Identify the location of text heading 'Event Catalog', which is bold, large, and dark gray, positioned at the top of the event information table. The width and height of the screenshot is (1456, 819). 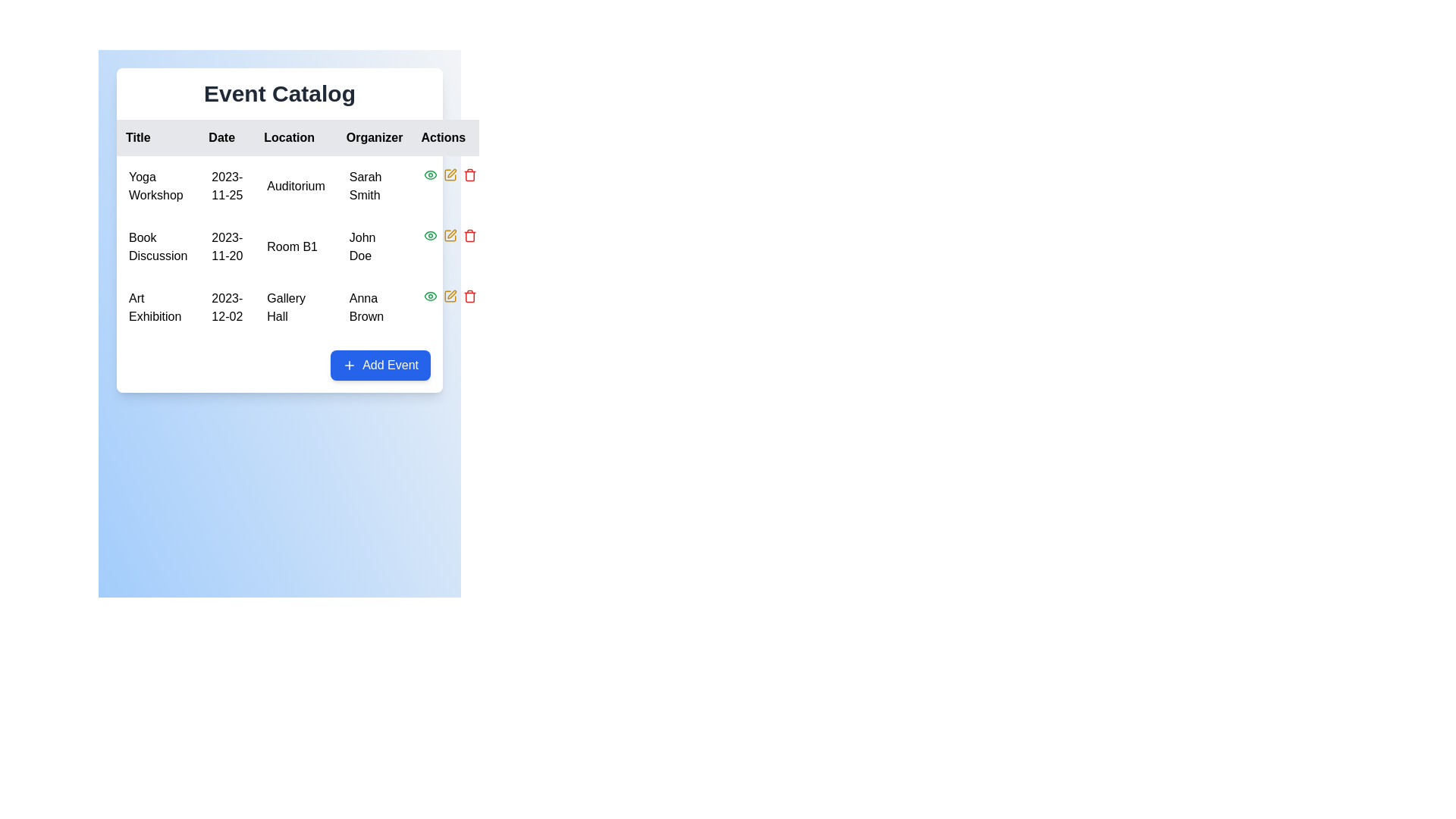
(280, 93).